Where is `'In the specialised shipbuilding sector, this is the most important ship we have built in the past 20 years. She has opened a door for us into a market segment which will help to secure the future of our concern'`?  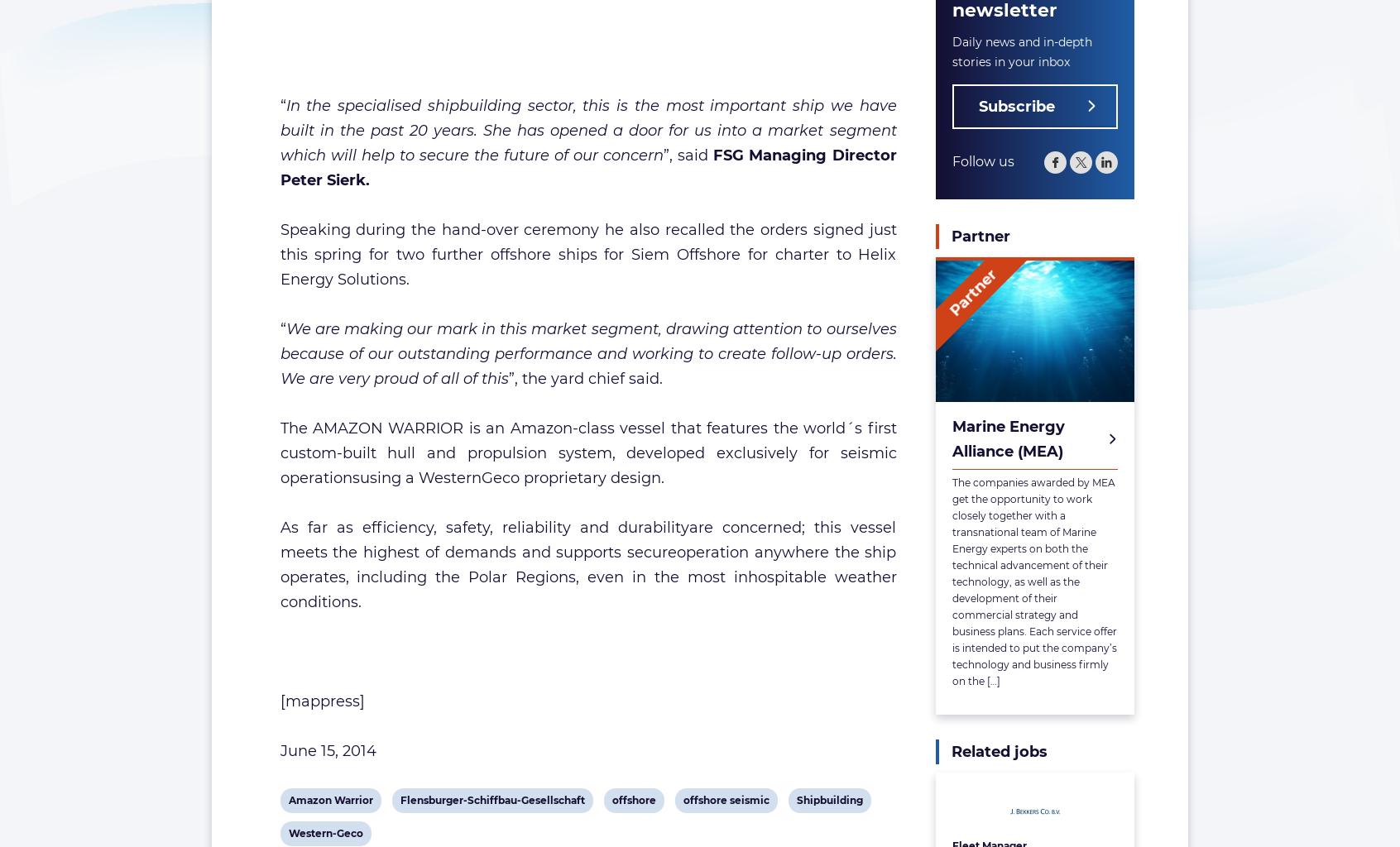 'In the specialised shipbuilding sector, this is the most important ship we have built in the past 20 years. She has opened a door for us into a market segment which will help to secure the future of our concern' is located at coordinates (587, 130).